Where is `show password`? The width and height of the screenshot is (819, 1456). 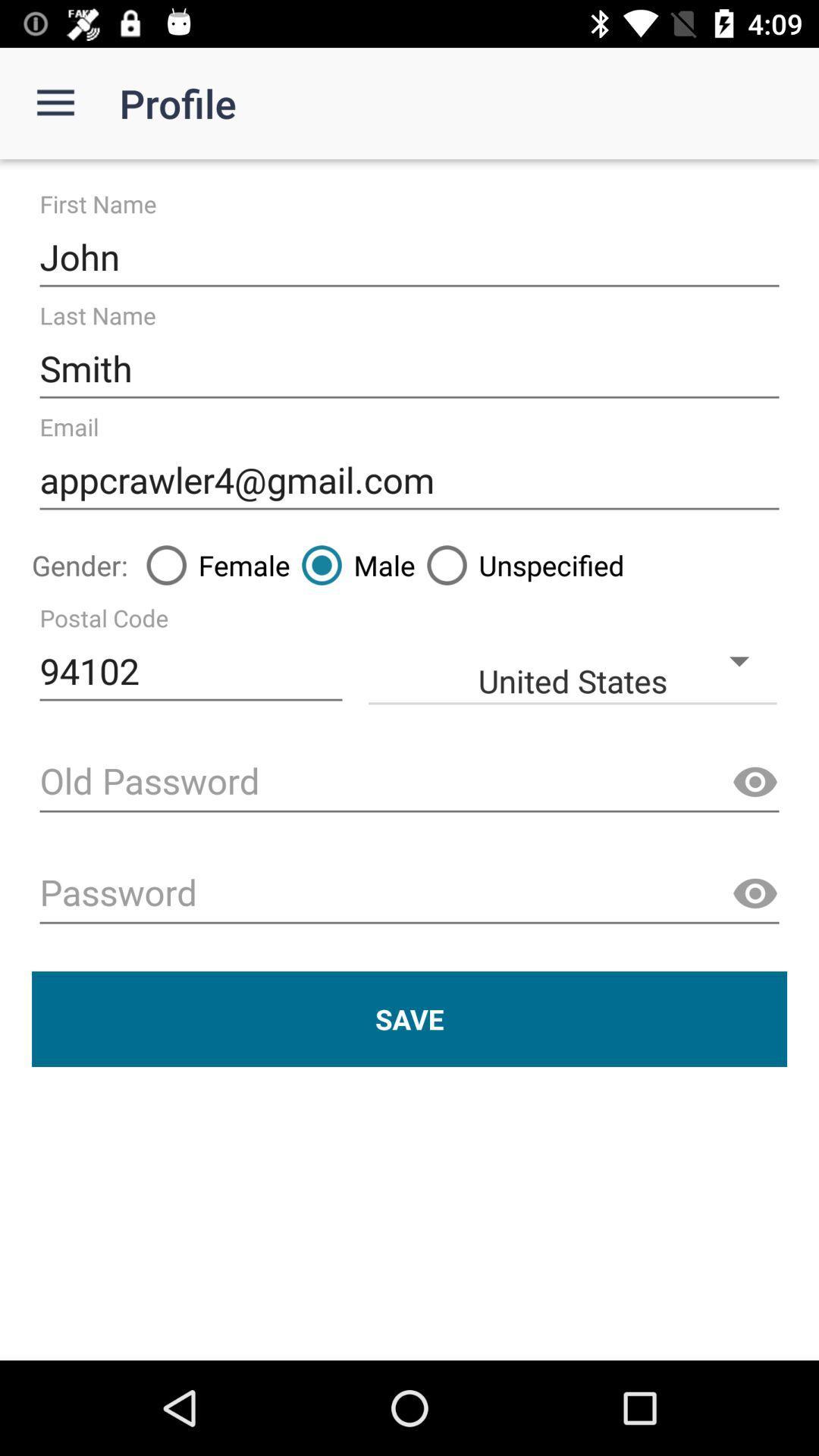
show password is located at coordinates (755, 783).